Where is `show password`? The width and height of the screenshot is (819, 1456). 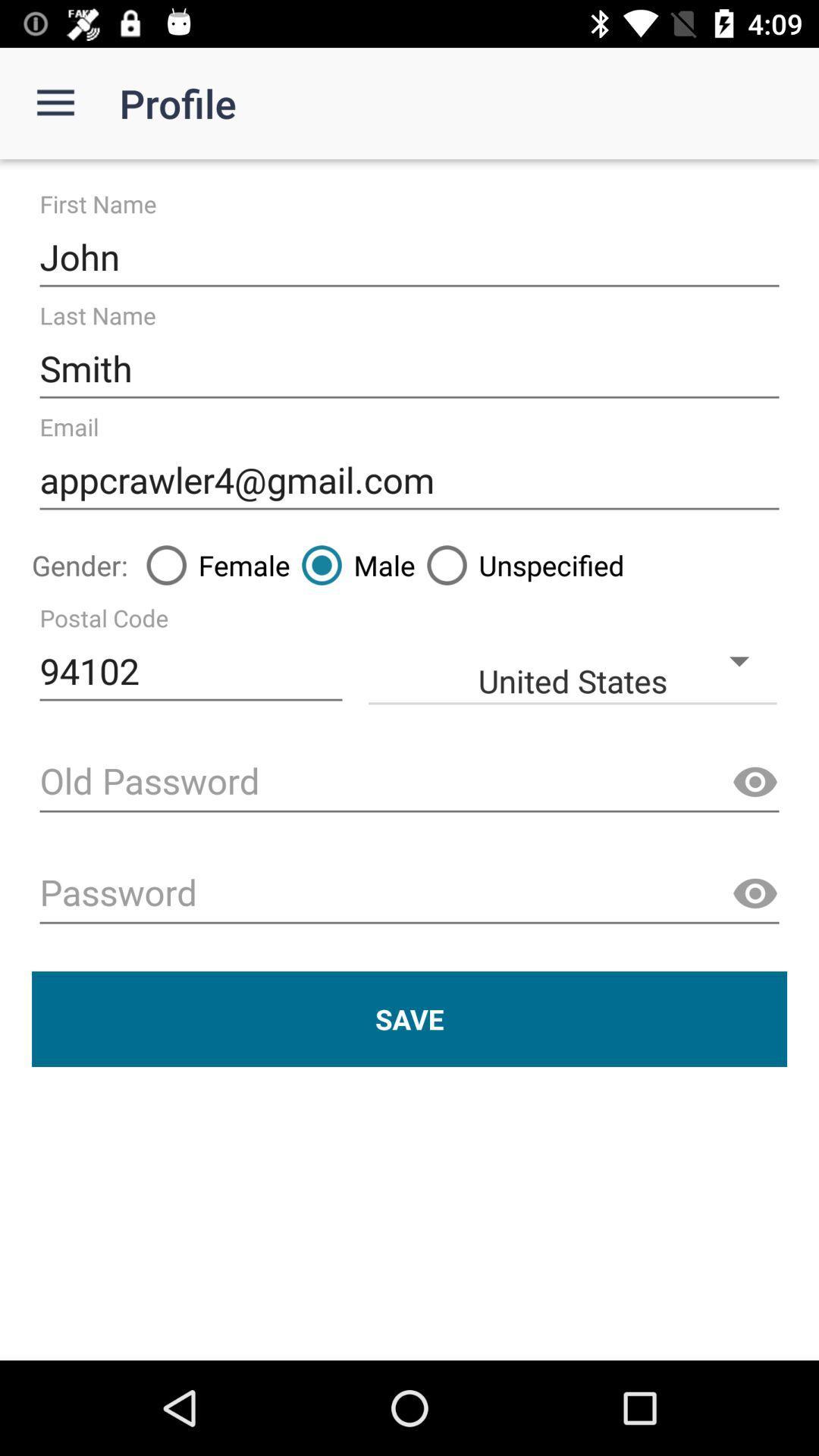
show password is located at coordinates (755, 783).